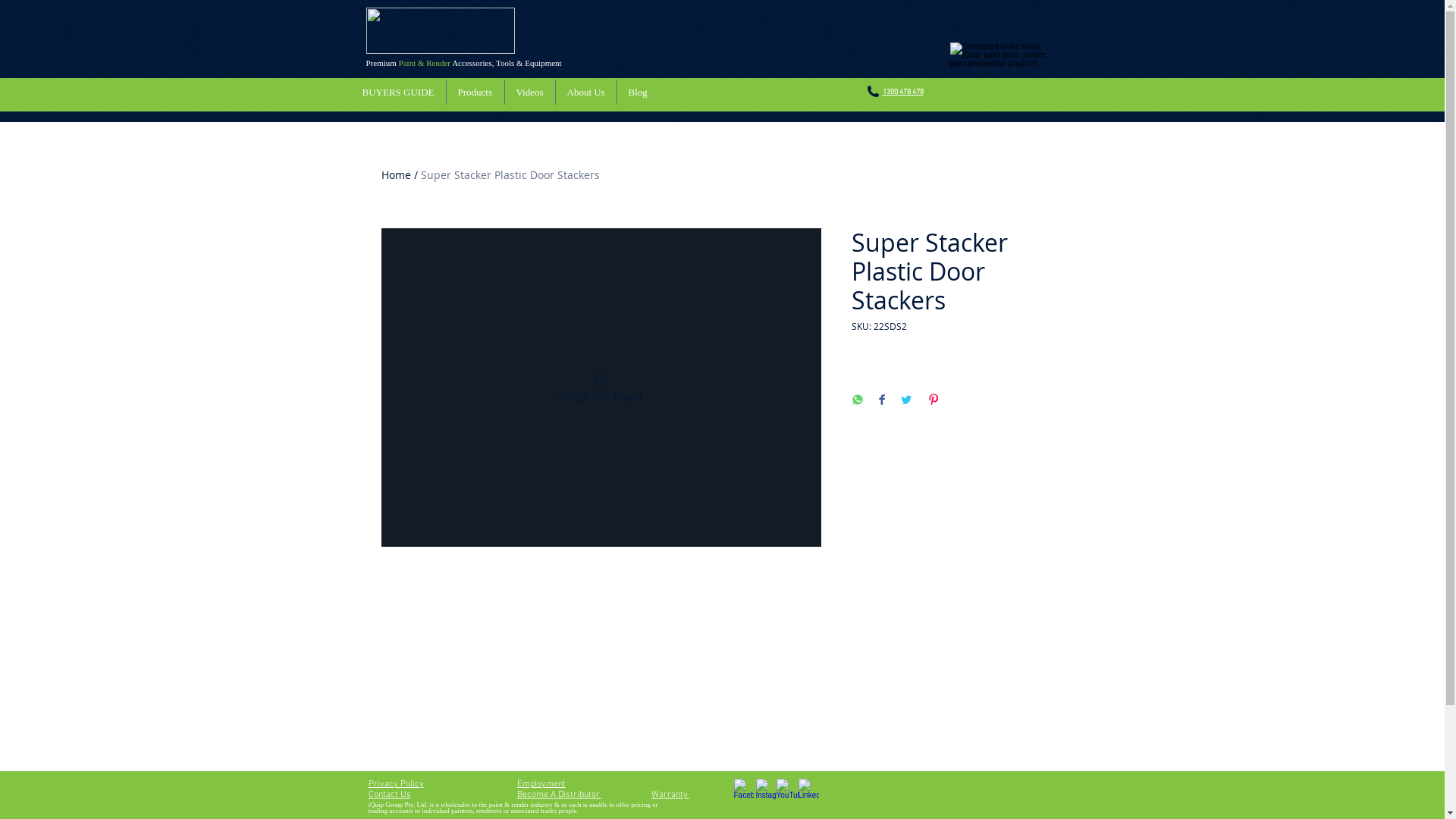 The width and height of the screenshot is (1456, 819). I want to click on 'Contact Us', so click(368, 794).